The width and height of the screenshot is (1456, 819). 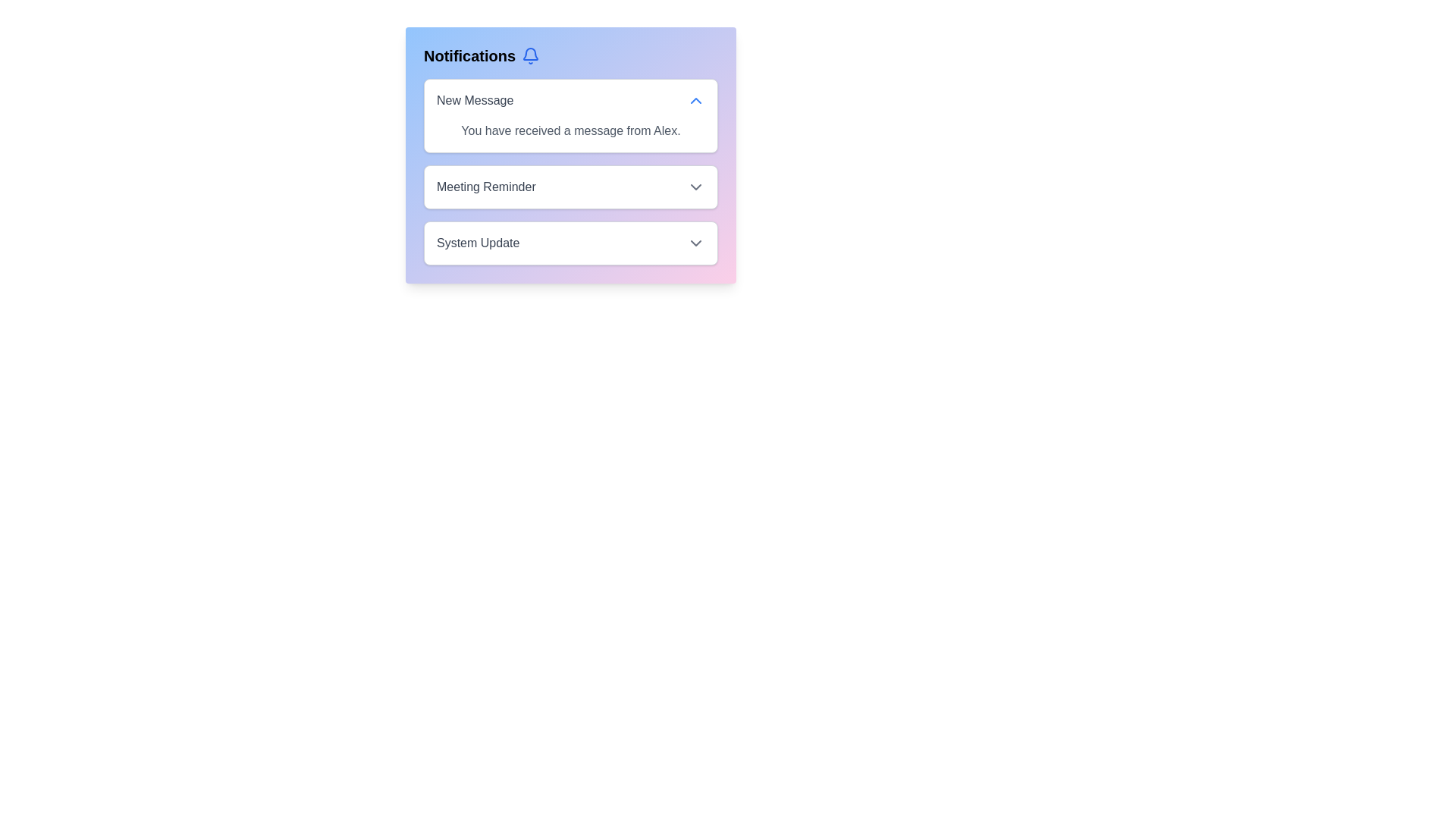 I want to click on the text label displaying 'System Update' in bold, gray font, located within a white notification item under the 'Meeting Reminder' notification, so click(x=477, y=242).